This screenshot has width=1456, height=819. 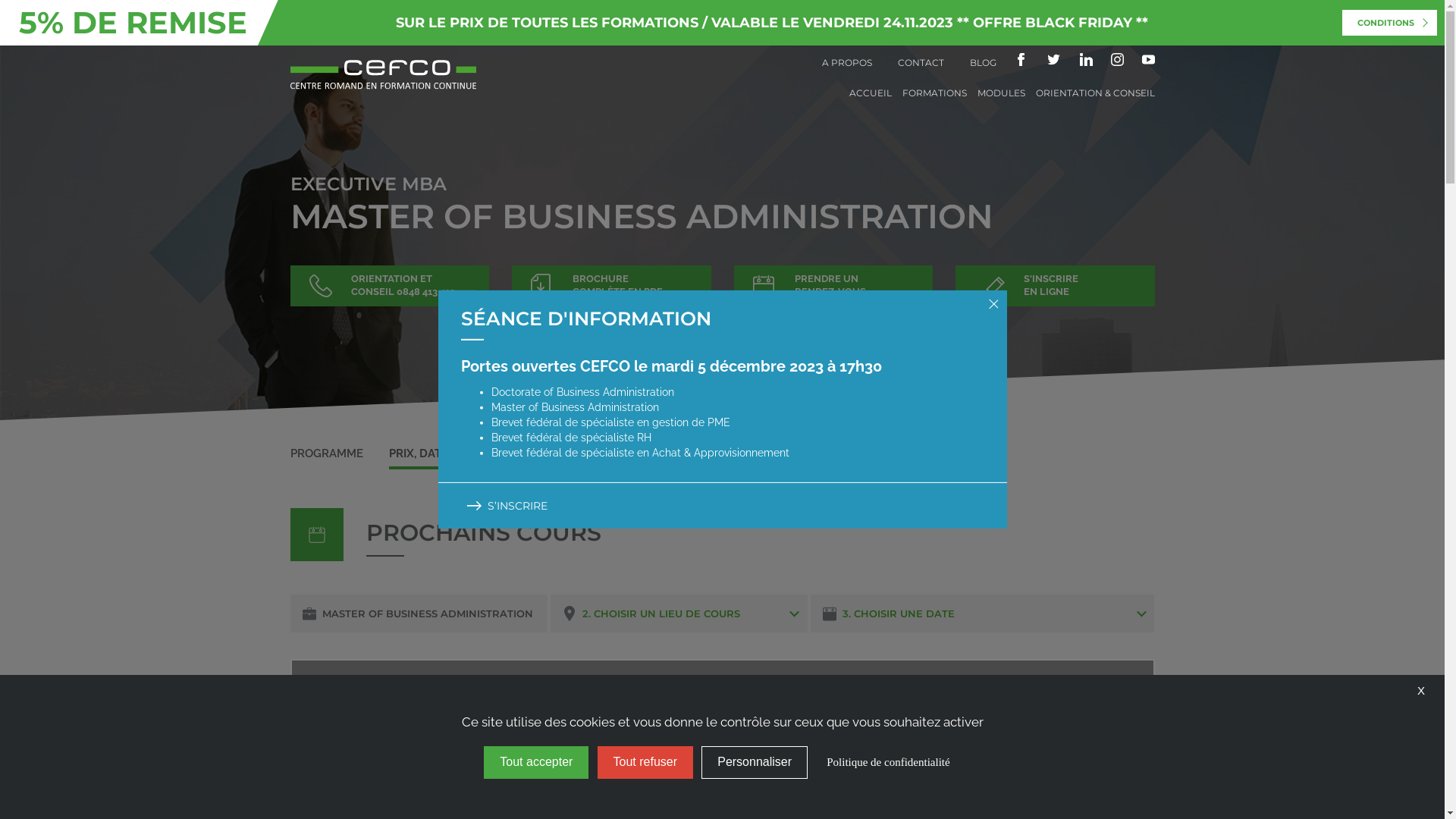 I want to click on 'Personnaliser', so click(x=754, y=762).